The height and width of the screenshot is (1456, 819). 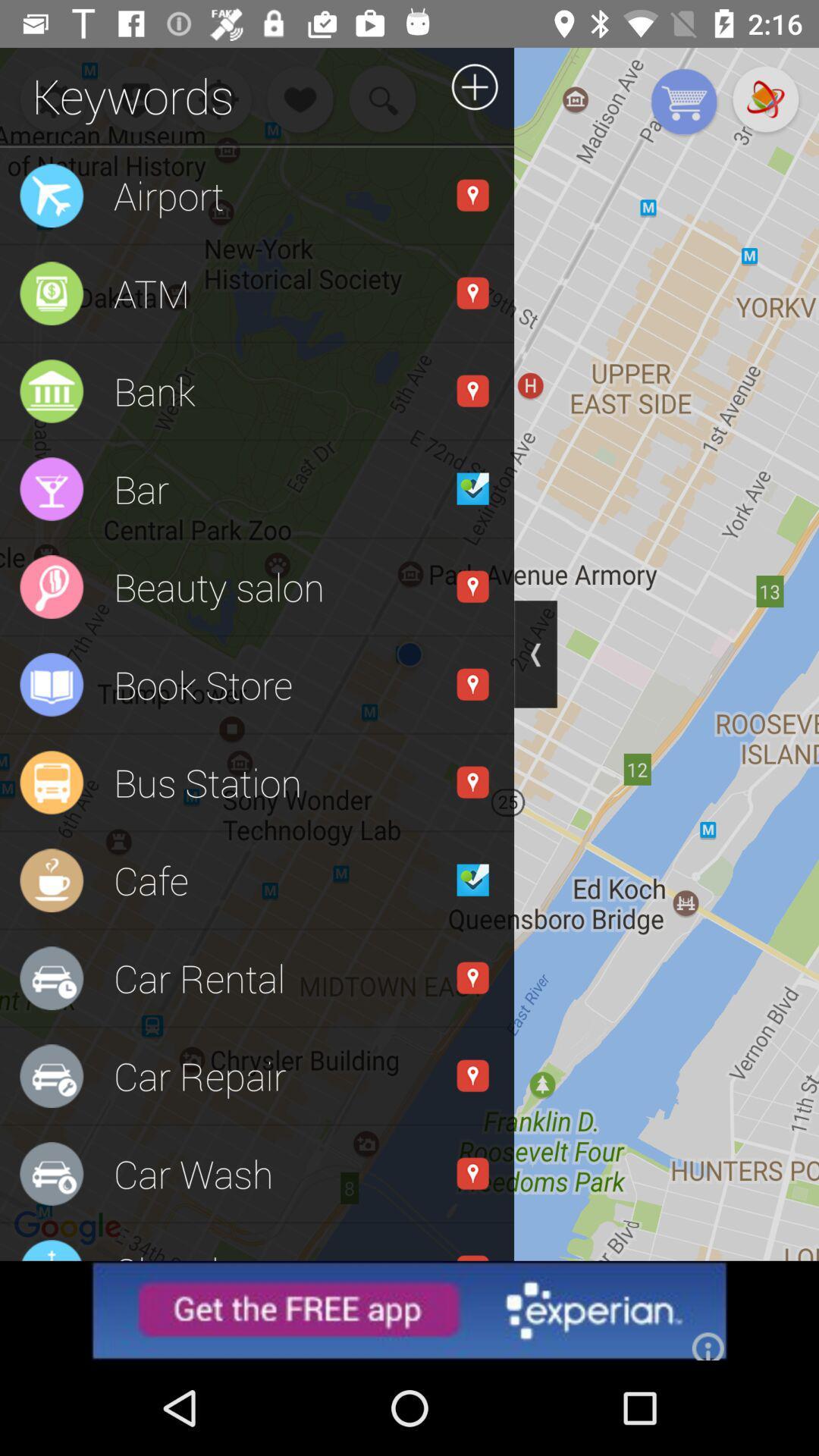 I want to click on the search icon, so click(x=378, y=100).